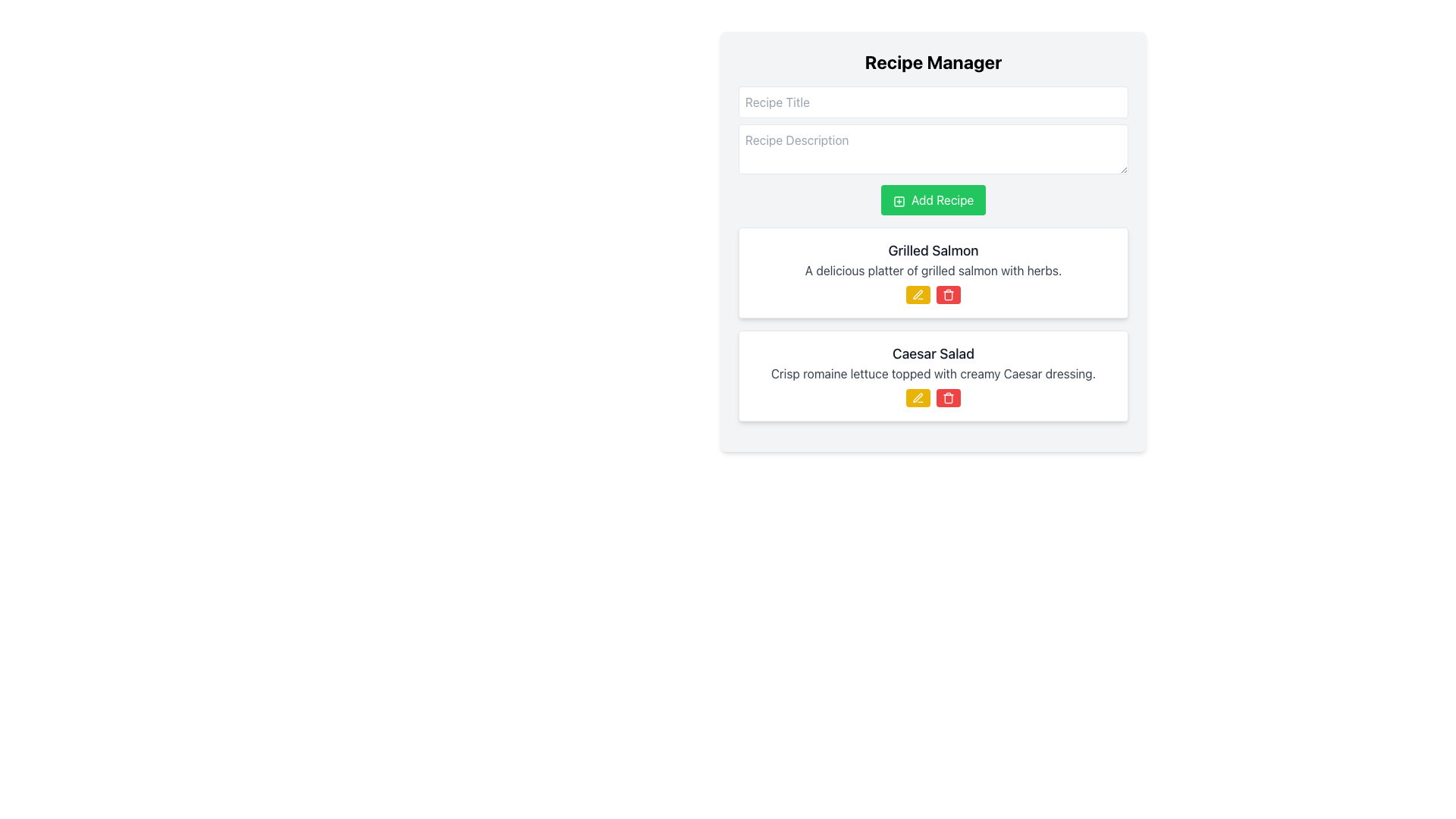 The width and height of the screenshot is (1456, 819). I want to click on the static Text Label that describes the 'Grilled Salmon' dish, located directly below the title text and above interactive buttons, so click(932, 270).